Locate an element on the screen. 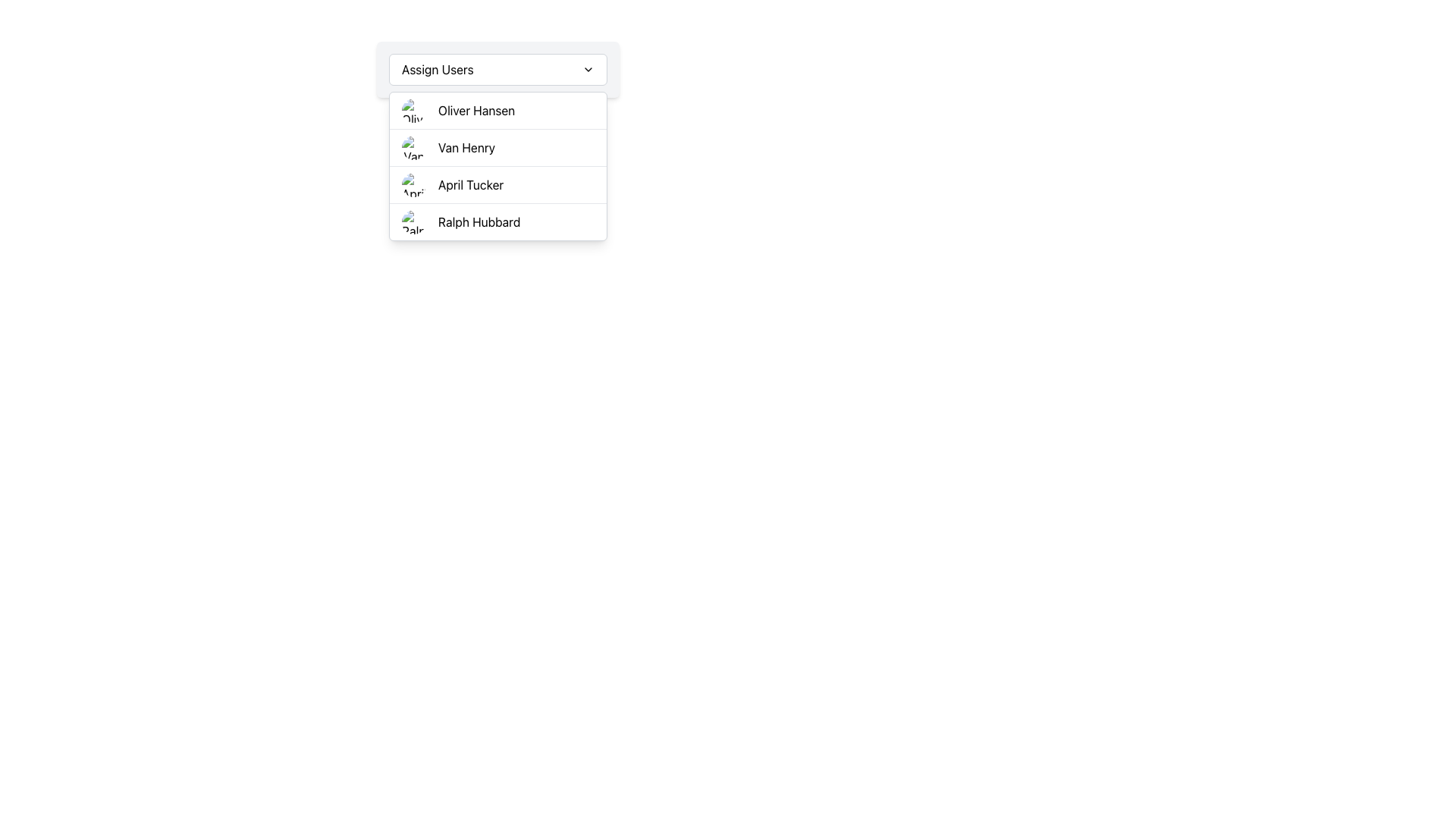 This screenshot has height=819, width=1456. to select the list item representing 'April Tucker', which is positioned in the third row of the dropdown list, below 'Van Henry' and above 'Ralph Hubbard' is located at coordinates (470, 184).